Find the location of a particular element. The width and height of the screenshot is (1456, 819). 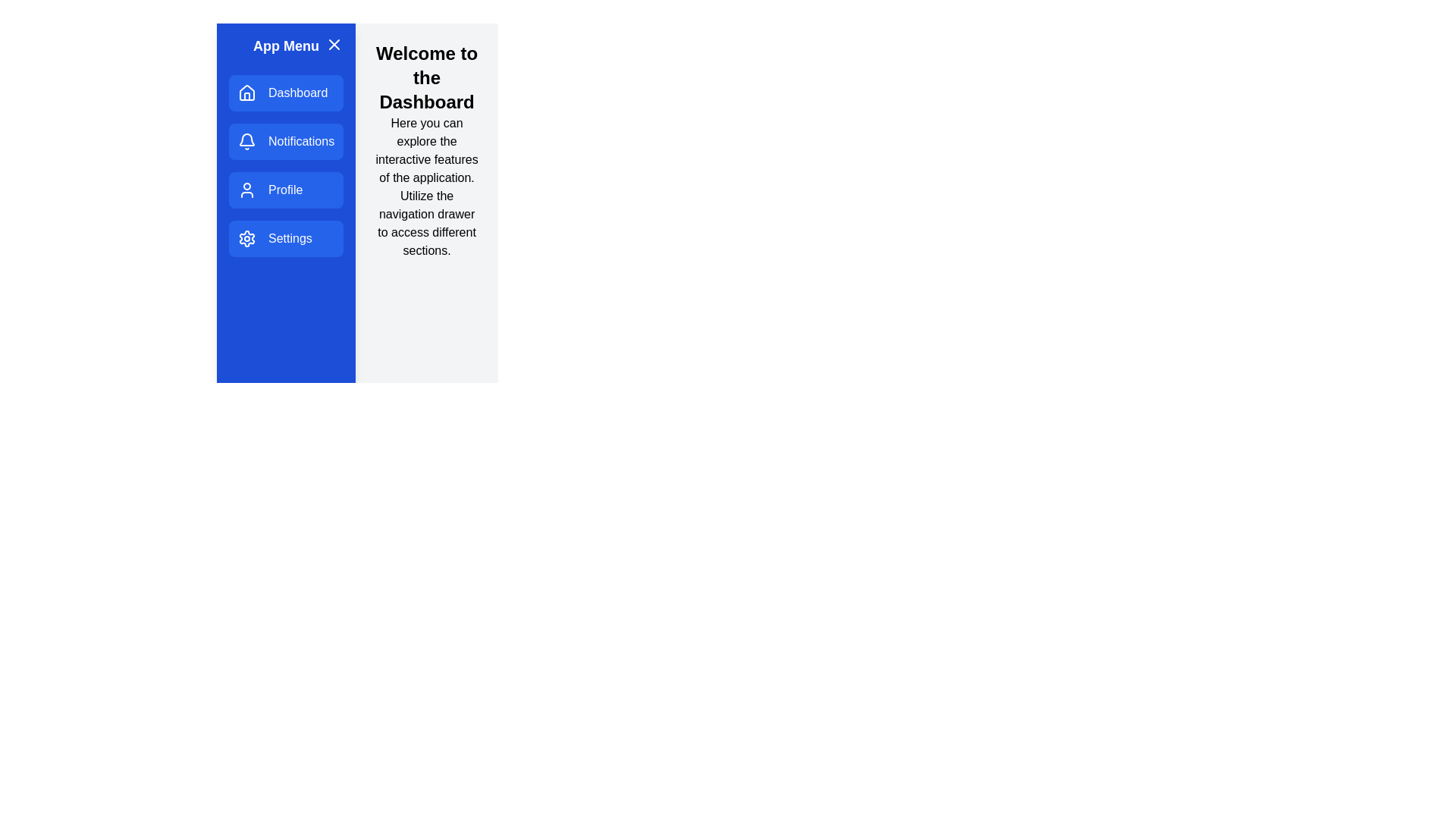

the 'Profile' button with a user icon in the vertical navigation menu is located at coordinates (286, 189).